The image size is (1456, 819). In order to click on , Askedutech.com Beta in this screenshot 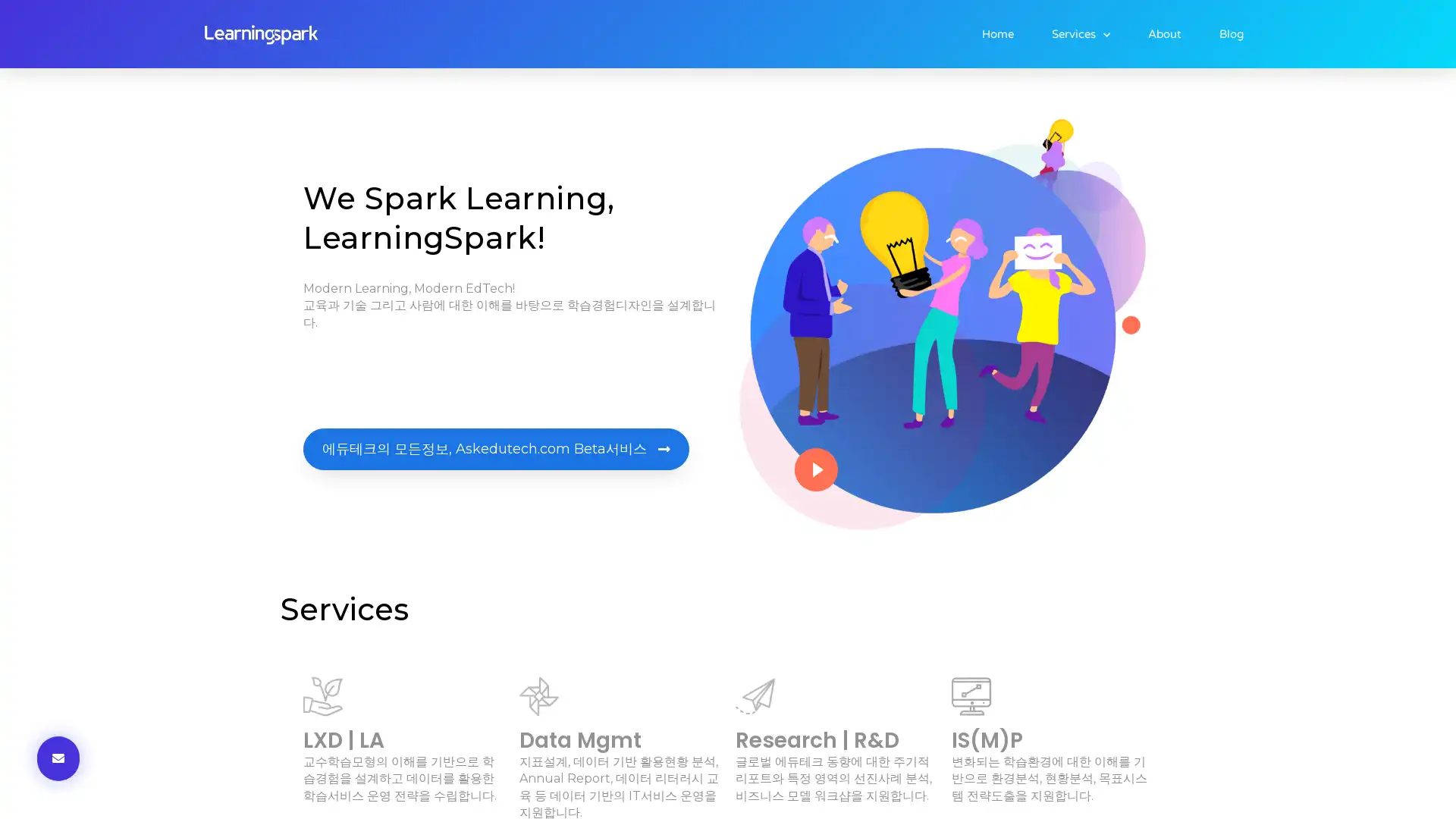, I will do `click(496, 448)`.